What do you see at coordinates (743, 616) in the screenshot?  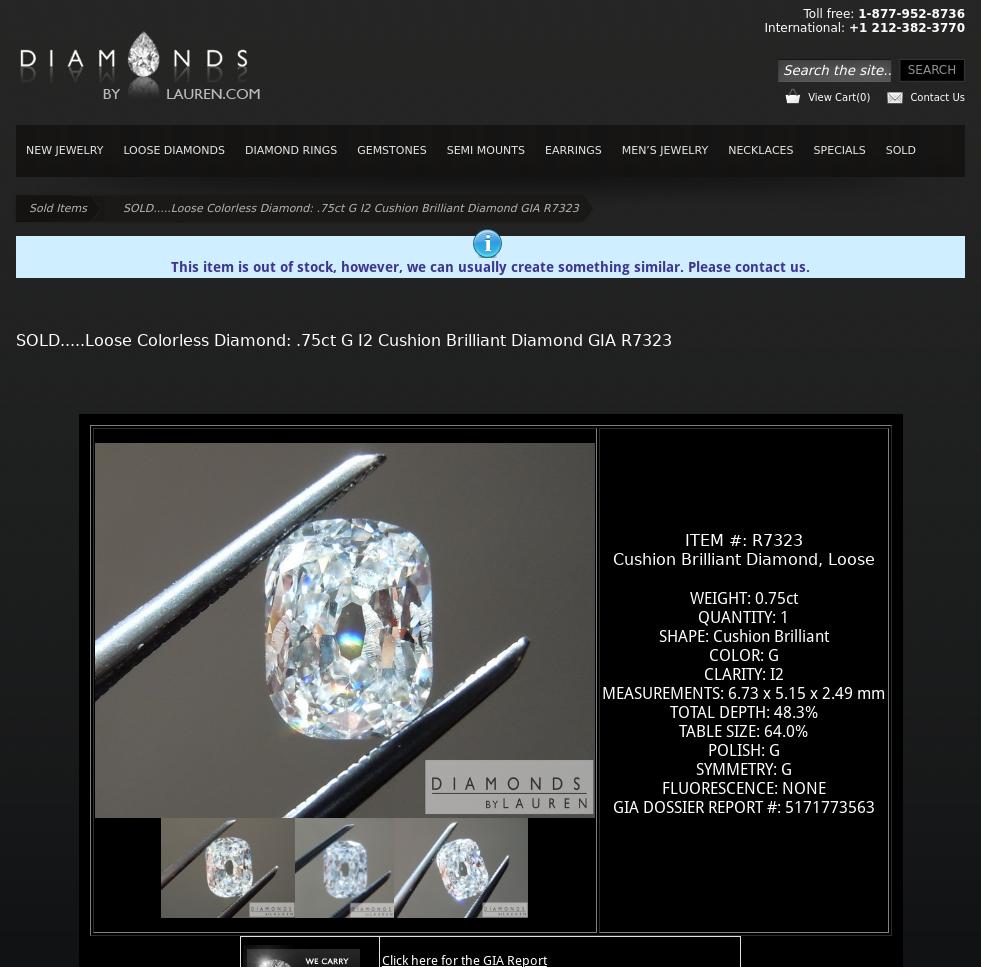 I see `'QUANTITY: 1'` at bounding box center [743, 616].